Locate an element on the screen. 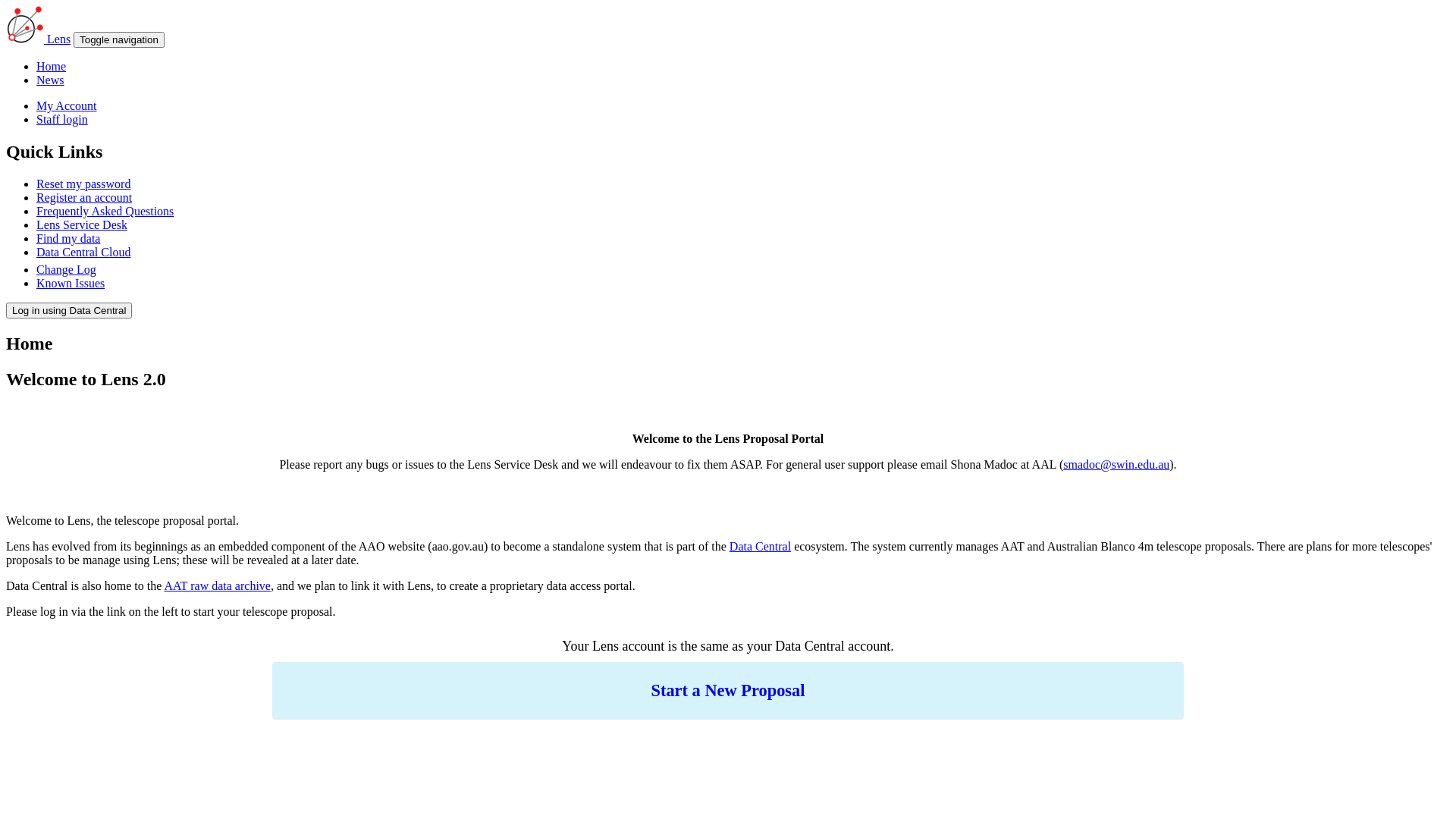  'Change Log' is located at coordinates (65, 268).